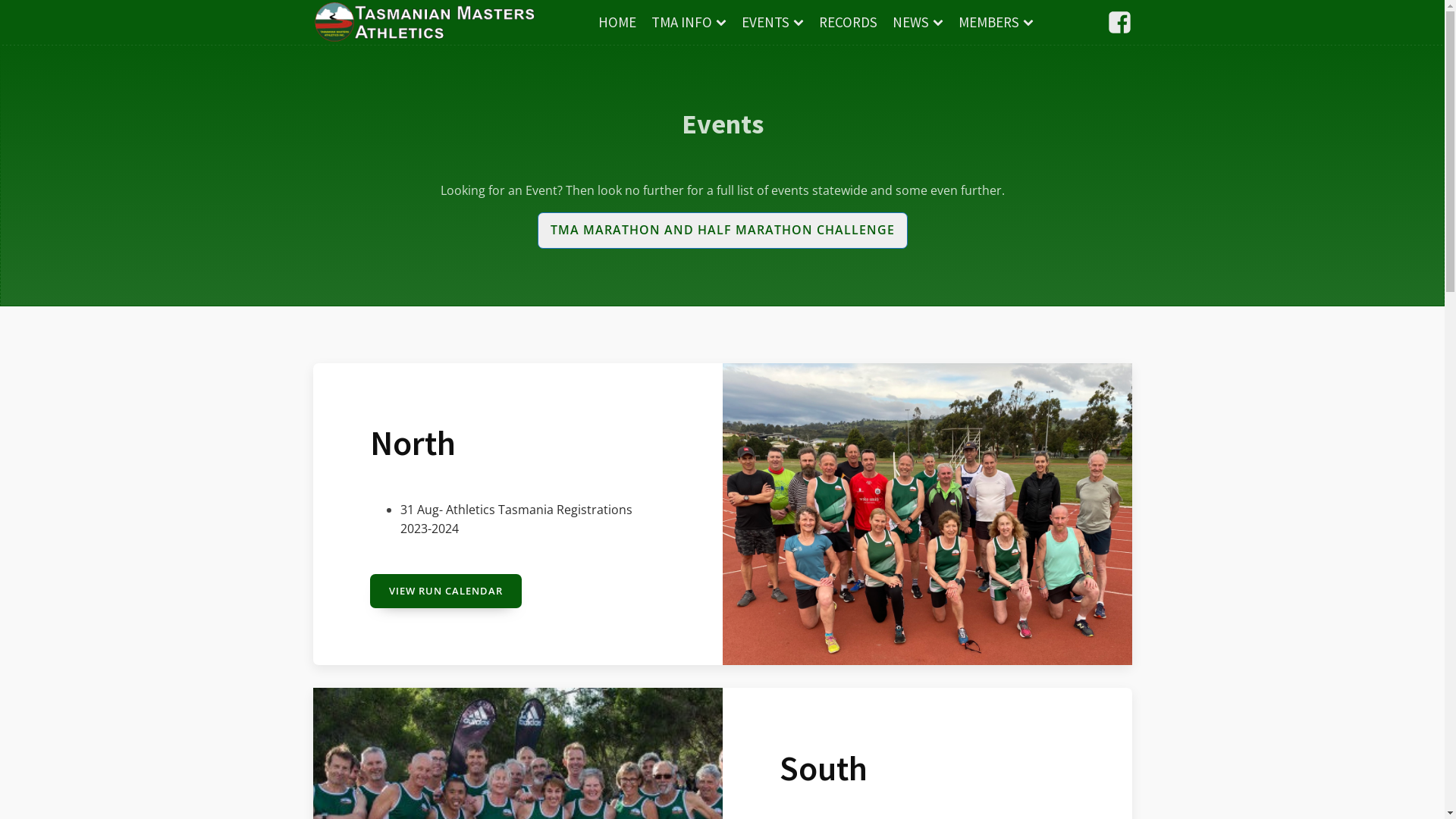  I want to click on 'VIEW RUN CALENDAR', so click(445, 590).